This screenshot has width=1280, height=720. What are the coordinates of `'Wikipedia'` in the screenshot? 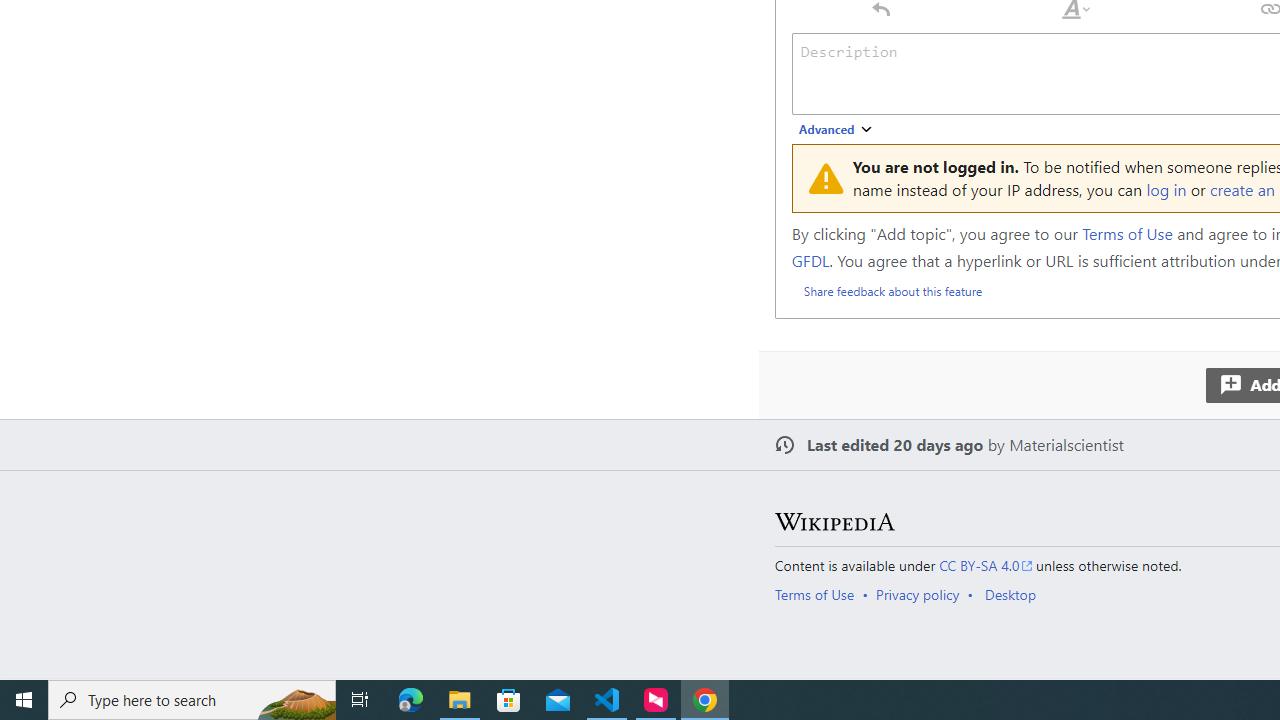 It's located at (834, 521).